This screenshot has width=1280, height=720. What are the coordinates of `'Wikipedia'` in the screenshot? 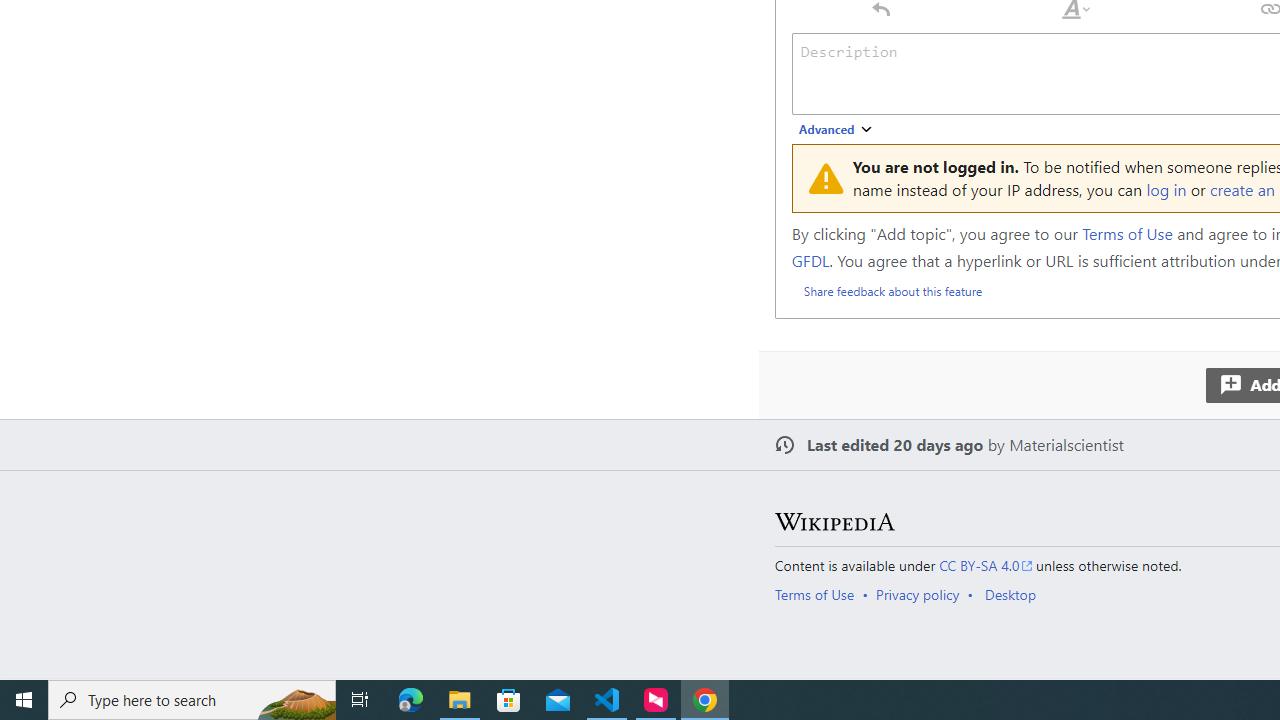 It's located at (834, 521).